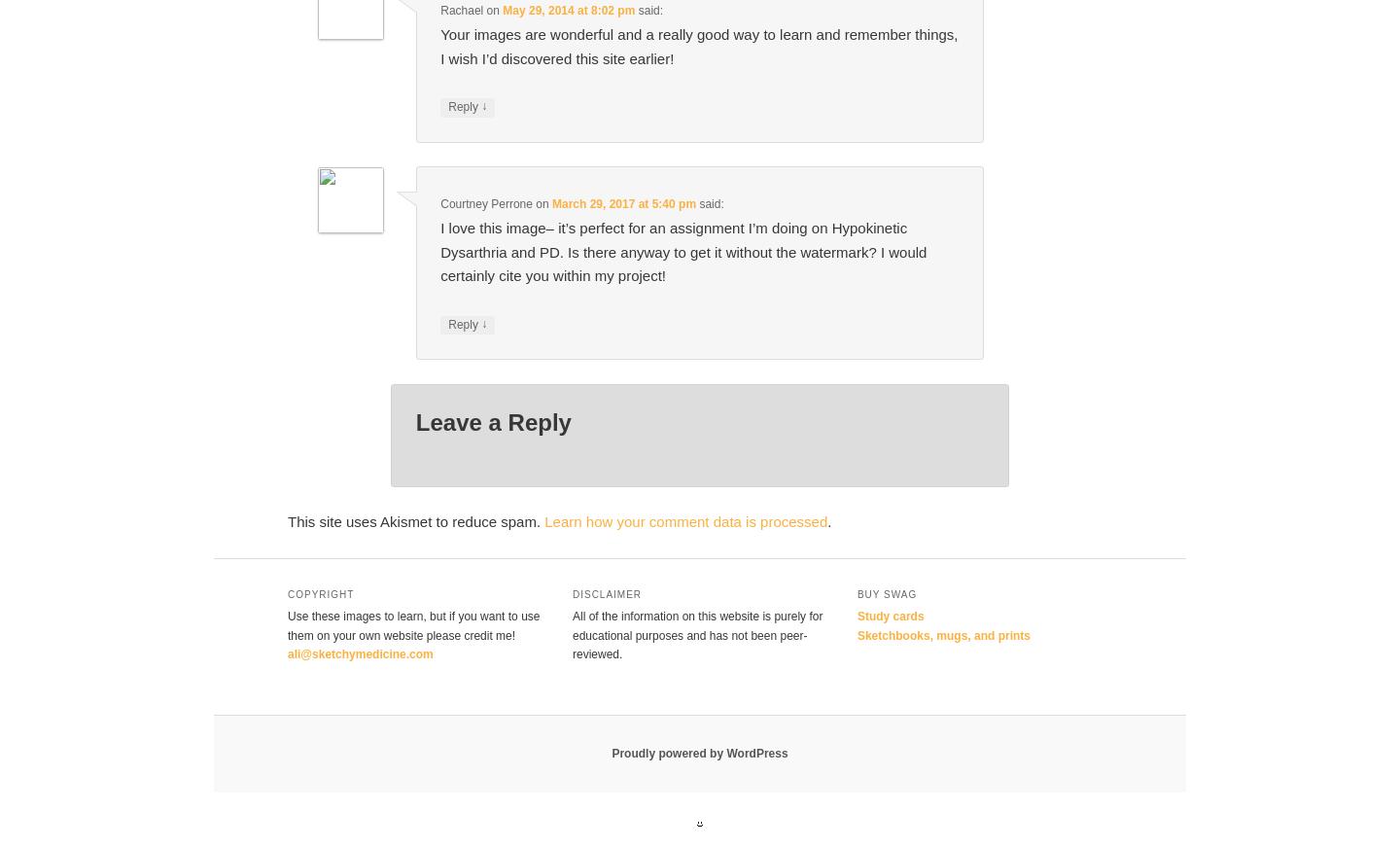 Image resolution: width=1400 pixels, height=847 pixels. Describe the element at coordinates (321, 593) in the screenshot. I see `'Copyright'` at that location.